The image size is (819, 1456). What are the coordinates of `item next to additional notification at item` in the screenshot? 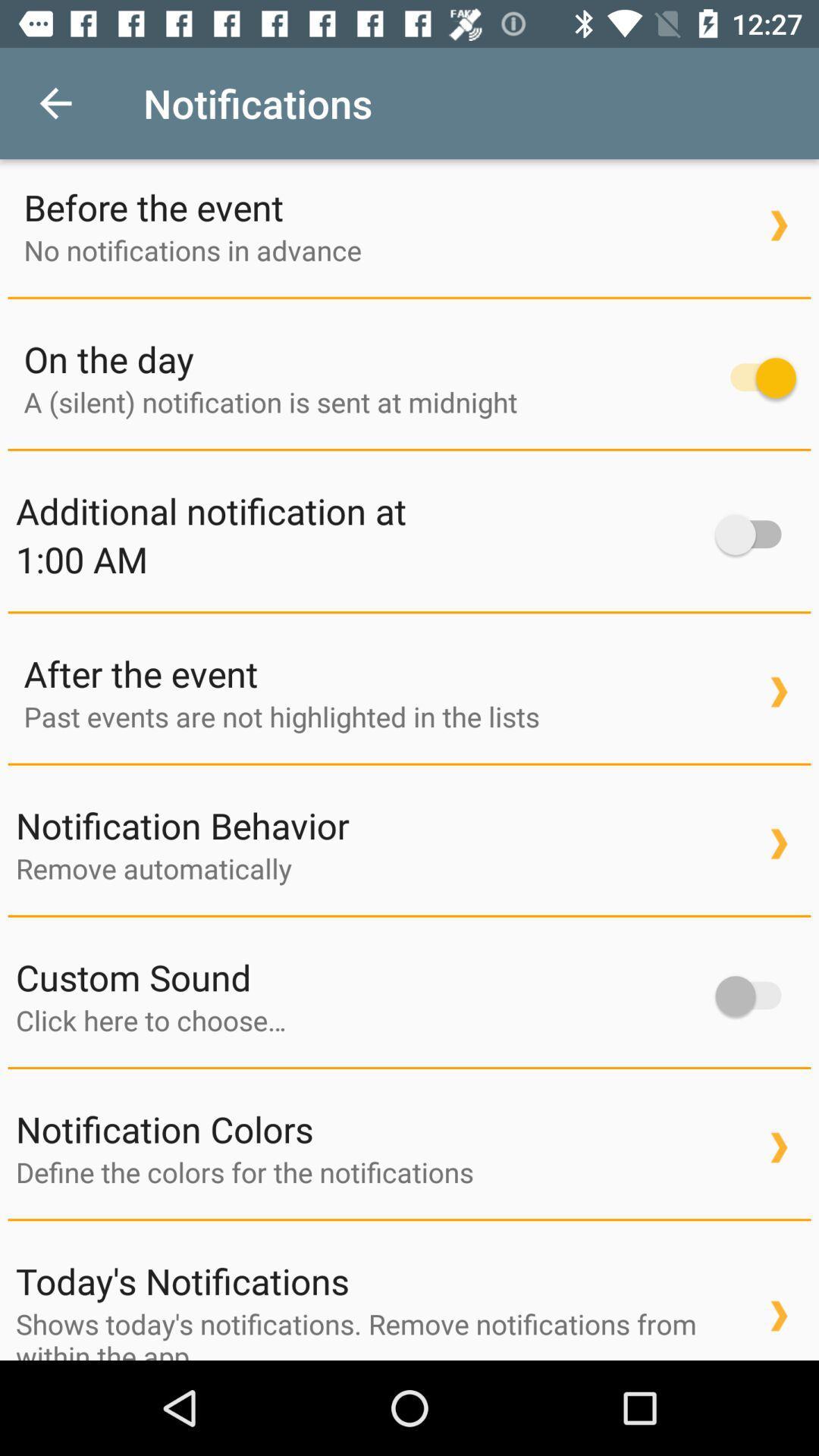 It's located at (755, 535).